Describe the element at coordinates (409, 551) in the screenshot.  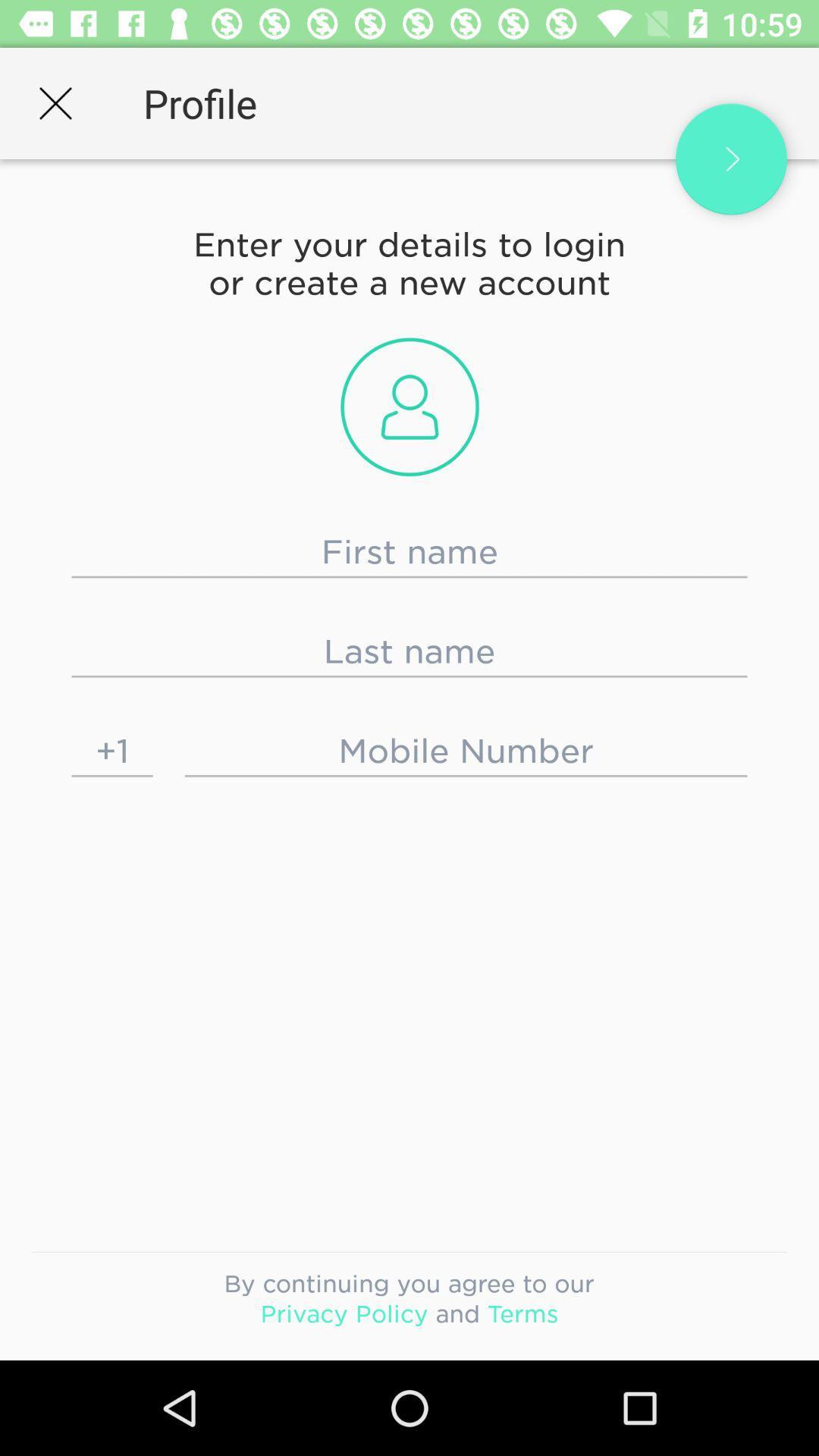
I see `name box` at that location.